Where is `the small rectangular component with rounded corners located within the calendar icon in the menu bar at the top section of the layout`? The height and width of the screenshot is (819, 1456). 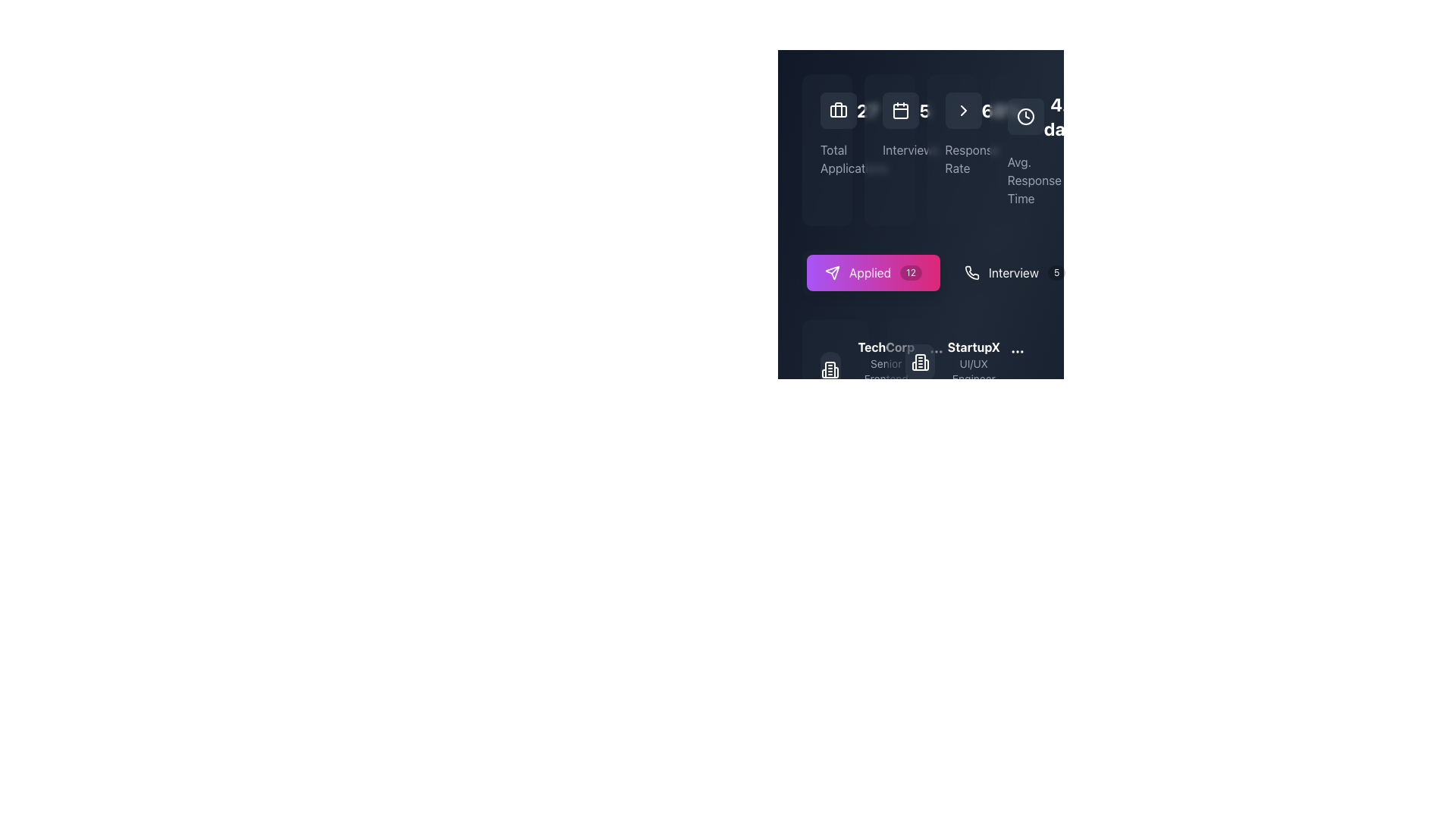 the small rectangular component with rounded corners located within the calendar icon in the menu bar at the top section of the layout is located at coordinates (901, 110).